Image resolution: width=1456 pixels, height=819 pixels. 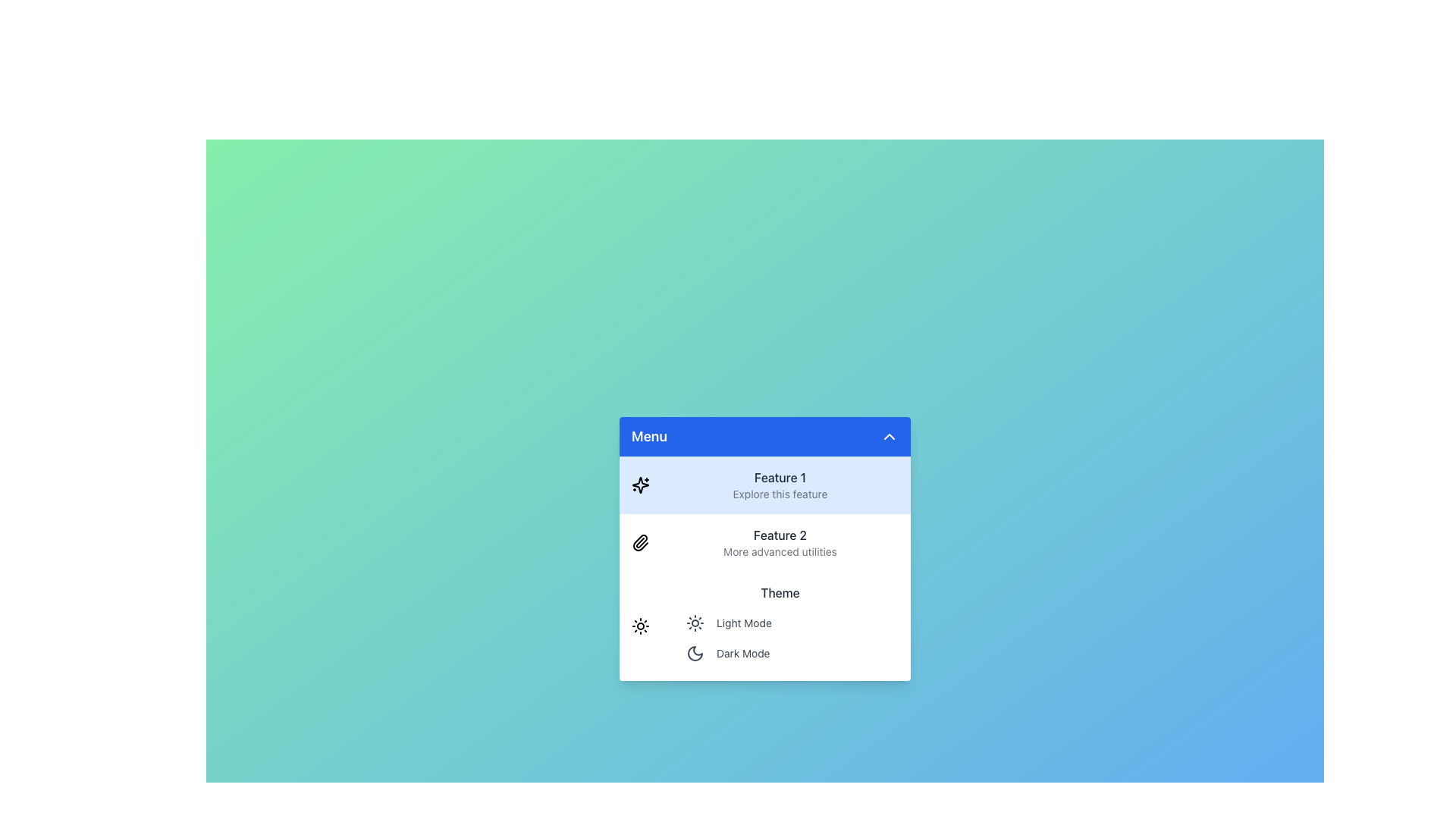 I want to click on the interactive button-like menu item for 'Feature 2' which is located centrally in the menu, positioned below 'Feature 1' and above 'Theme', so click(x=764, y=549).